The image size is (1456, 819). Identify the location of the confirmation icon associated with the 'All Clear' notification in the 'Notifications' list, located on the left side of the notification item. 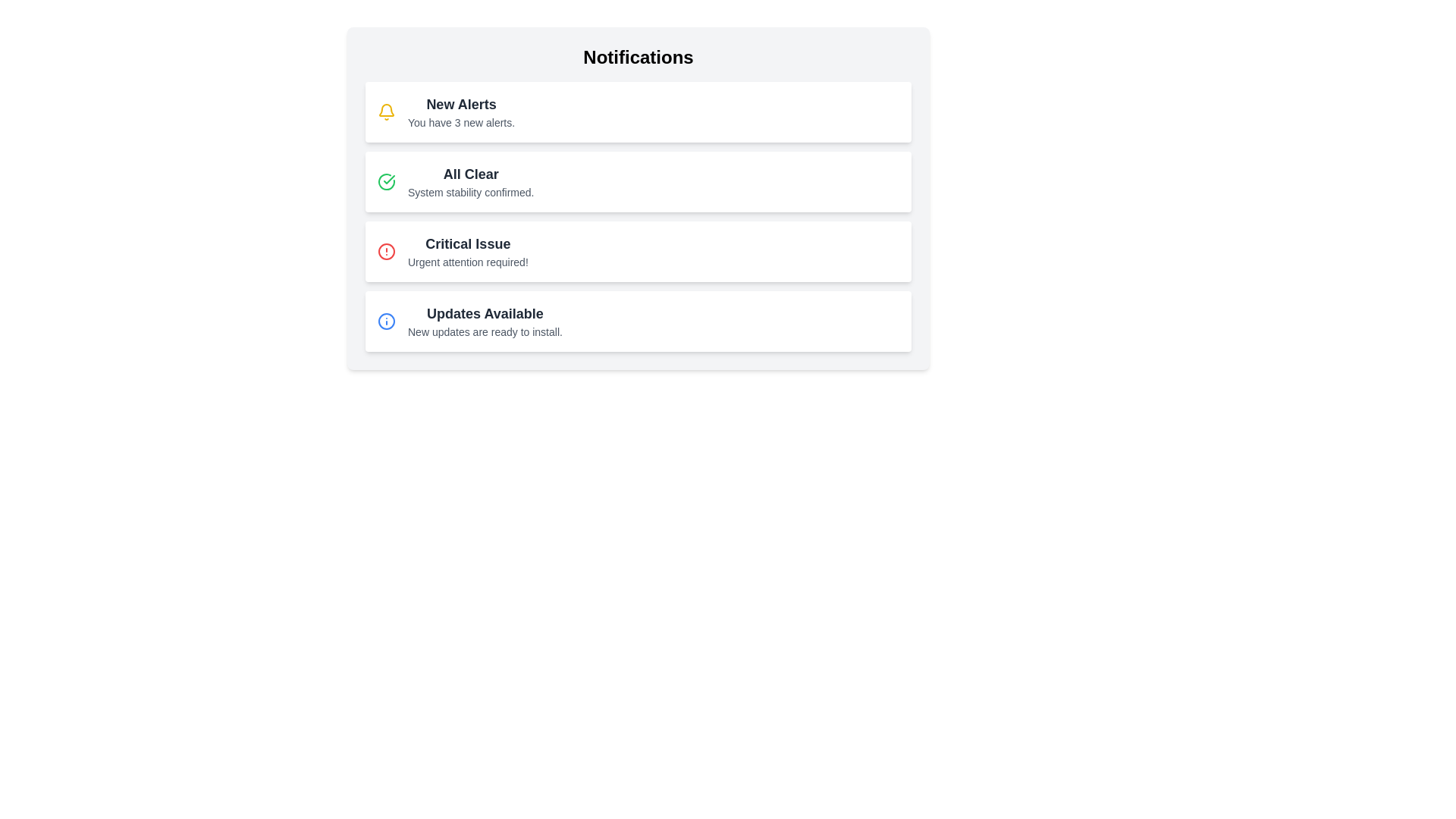
(389, 178).